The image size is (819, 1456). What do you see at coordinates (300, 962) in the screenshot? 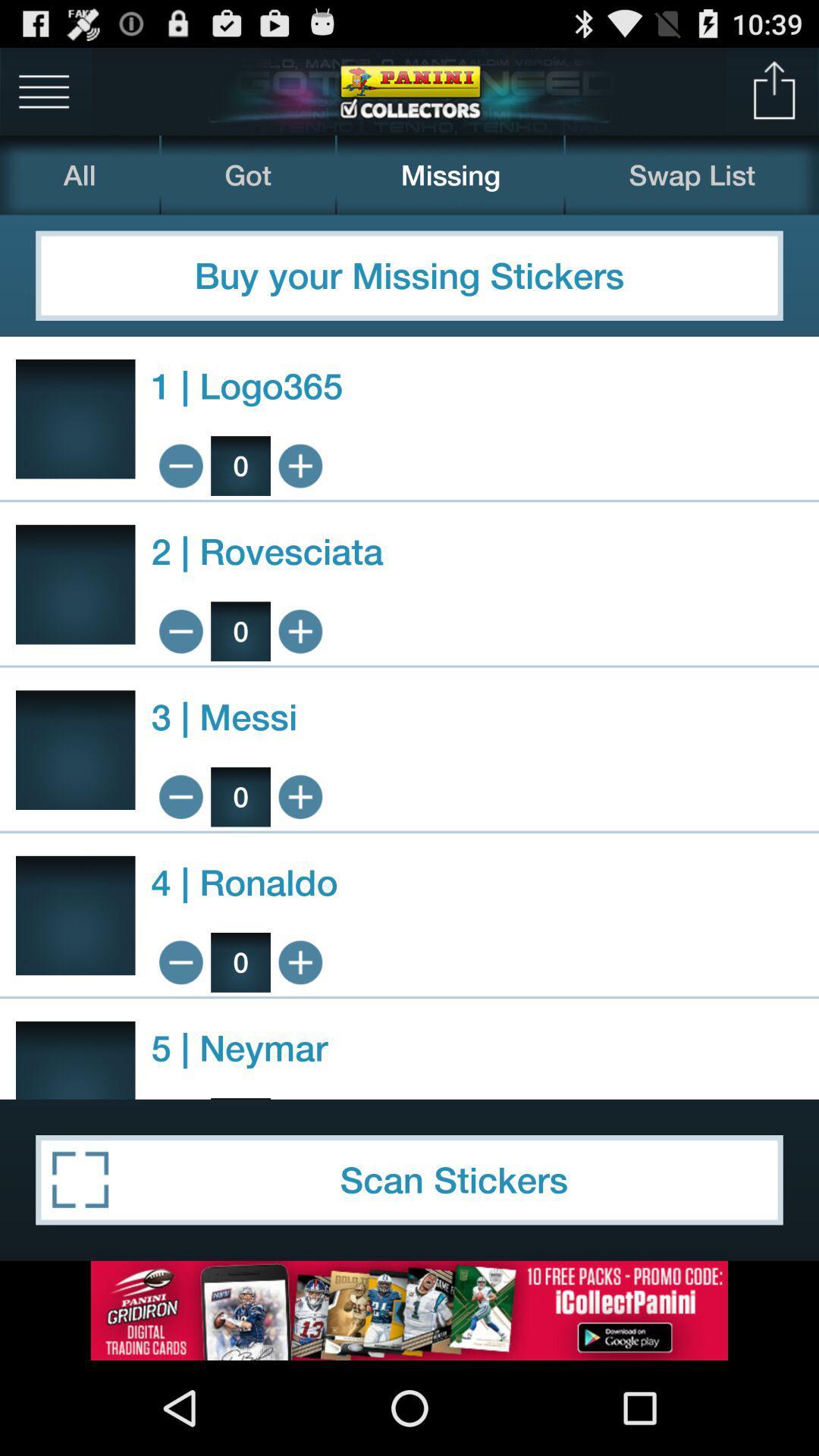
I see `button add` at bounding box center [300, 962].